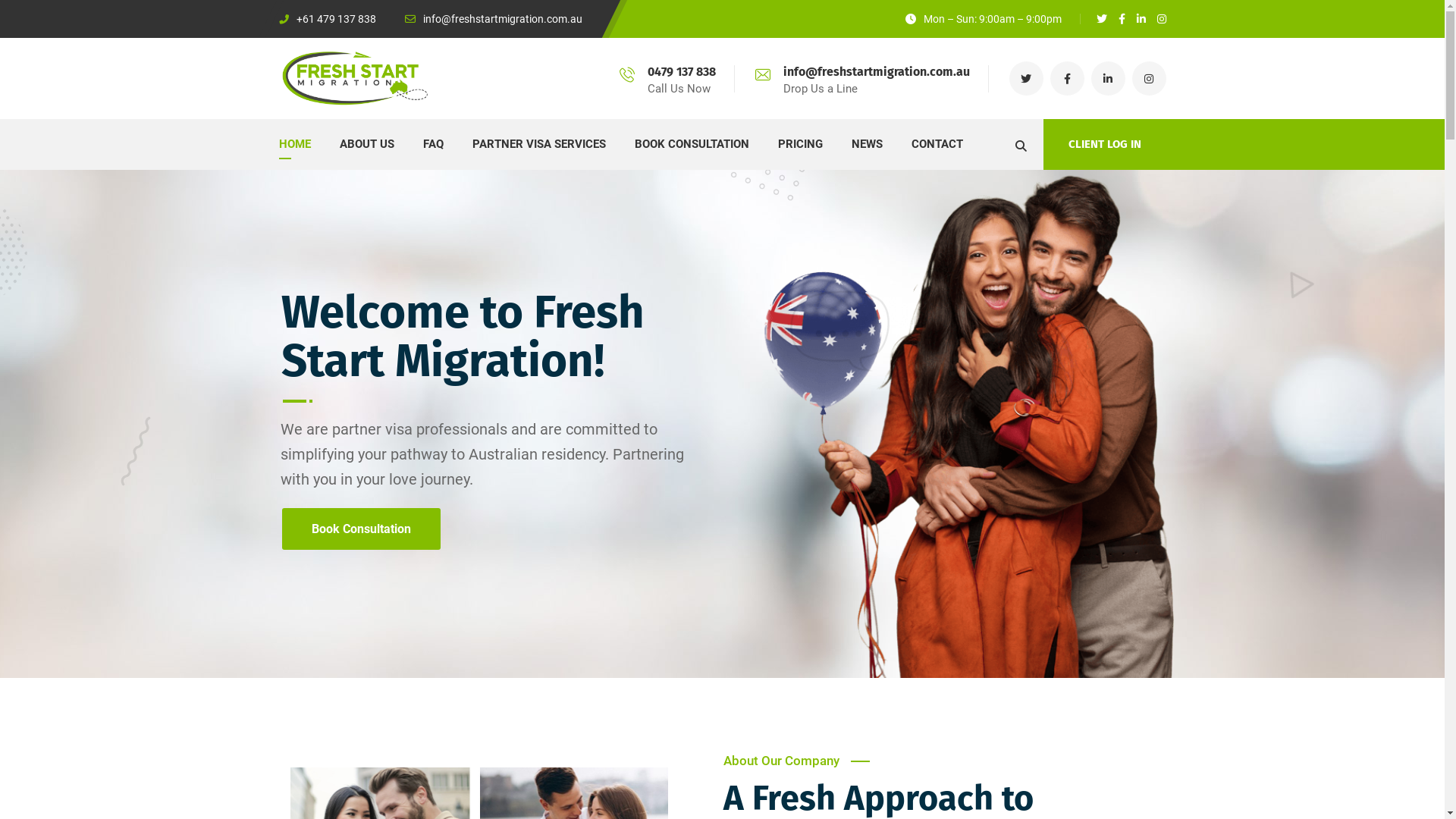 This screenshot has width=1456, height=819. Describe the element at coordinates (1105, 144) in the screenshot. I see `'CLIENT LOG IN'` at that location.